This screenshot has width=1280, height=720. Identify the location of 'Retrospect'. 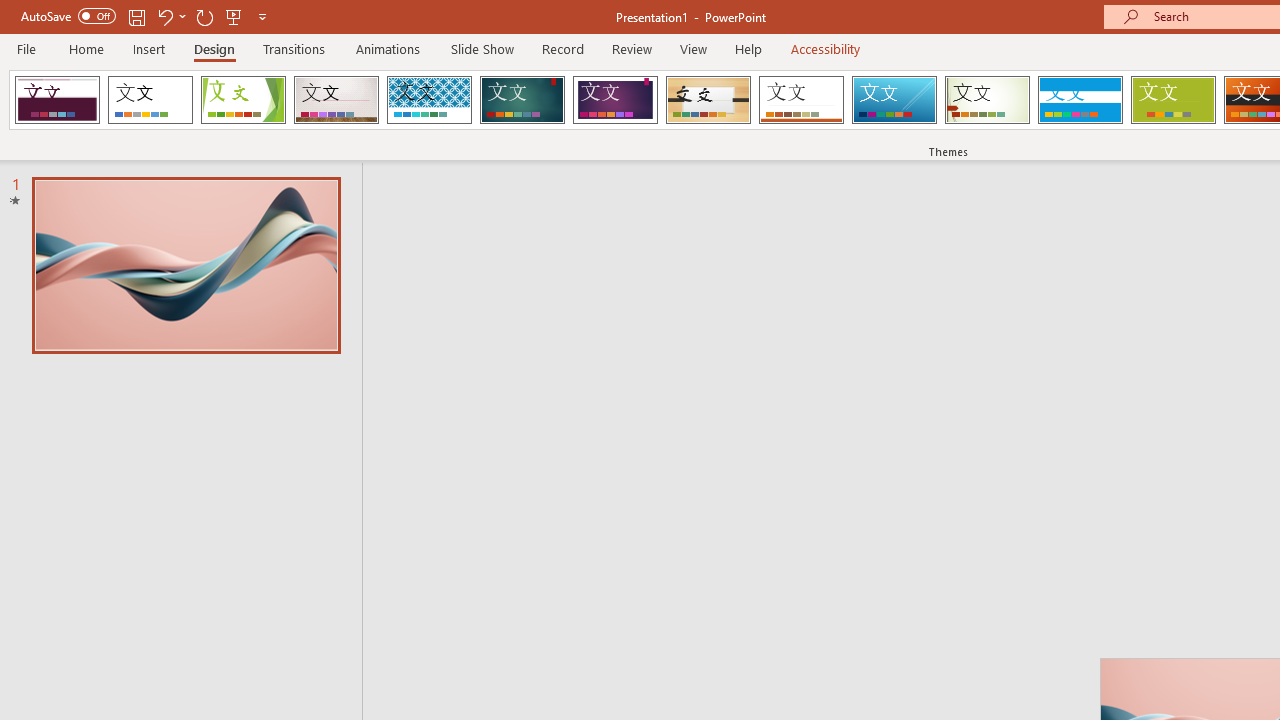
(801, 100).